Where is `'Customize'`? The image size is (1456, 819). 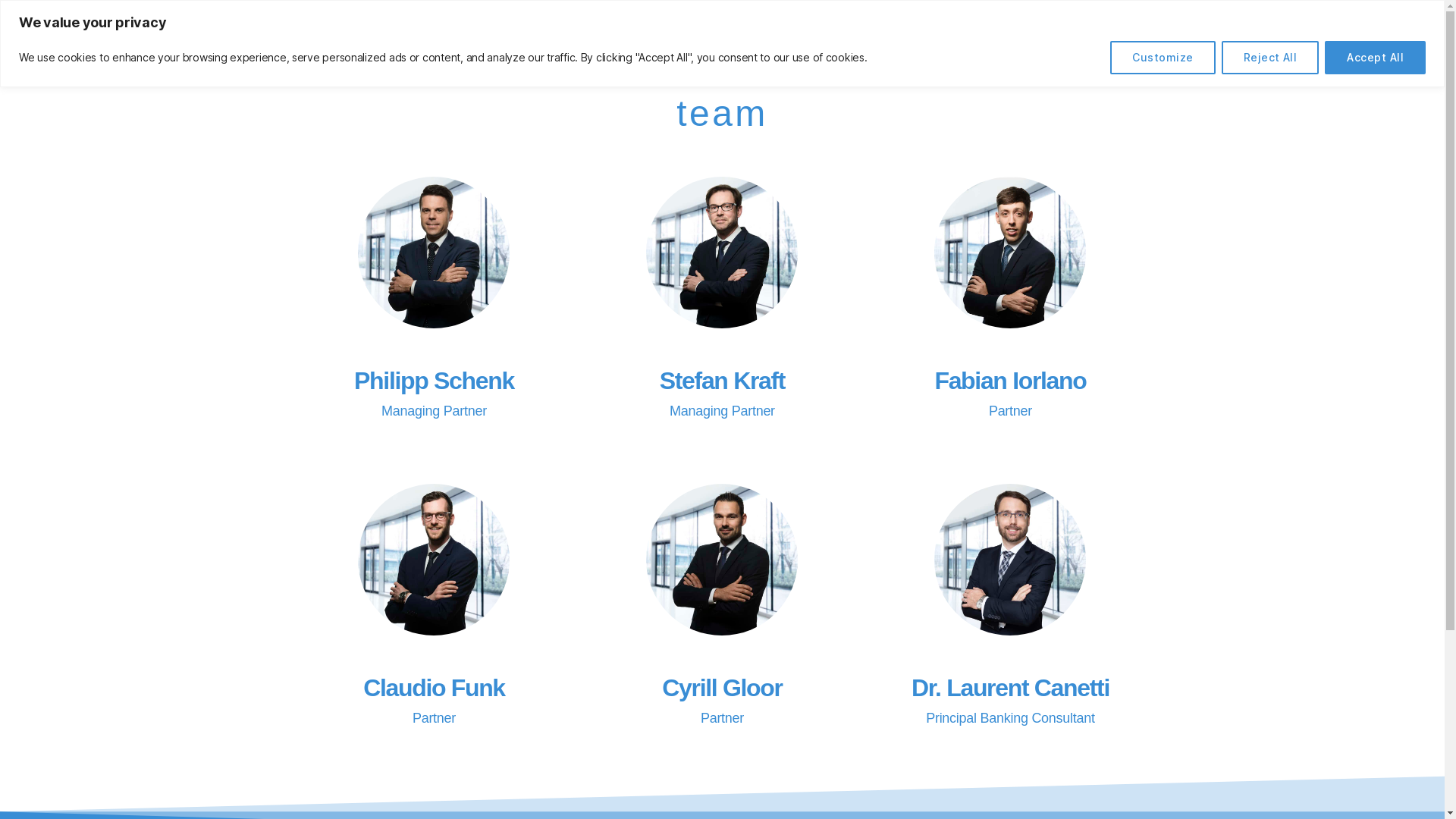
'Customize' is located at coordinates (1161, 57).